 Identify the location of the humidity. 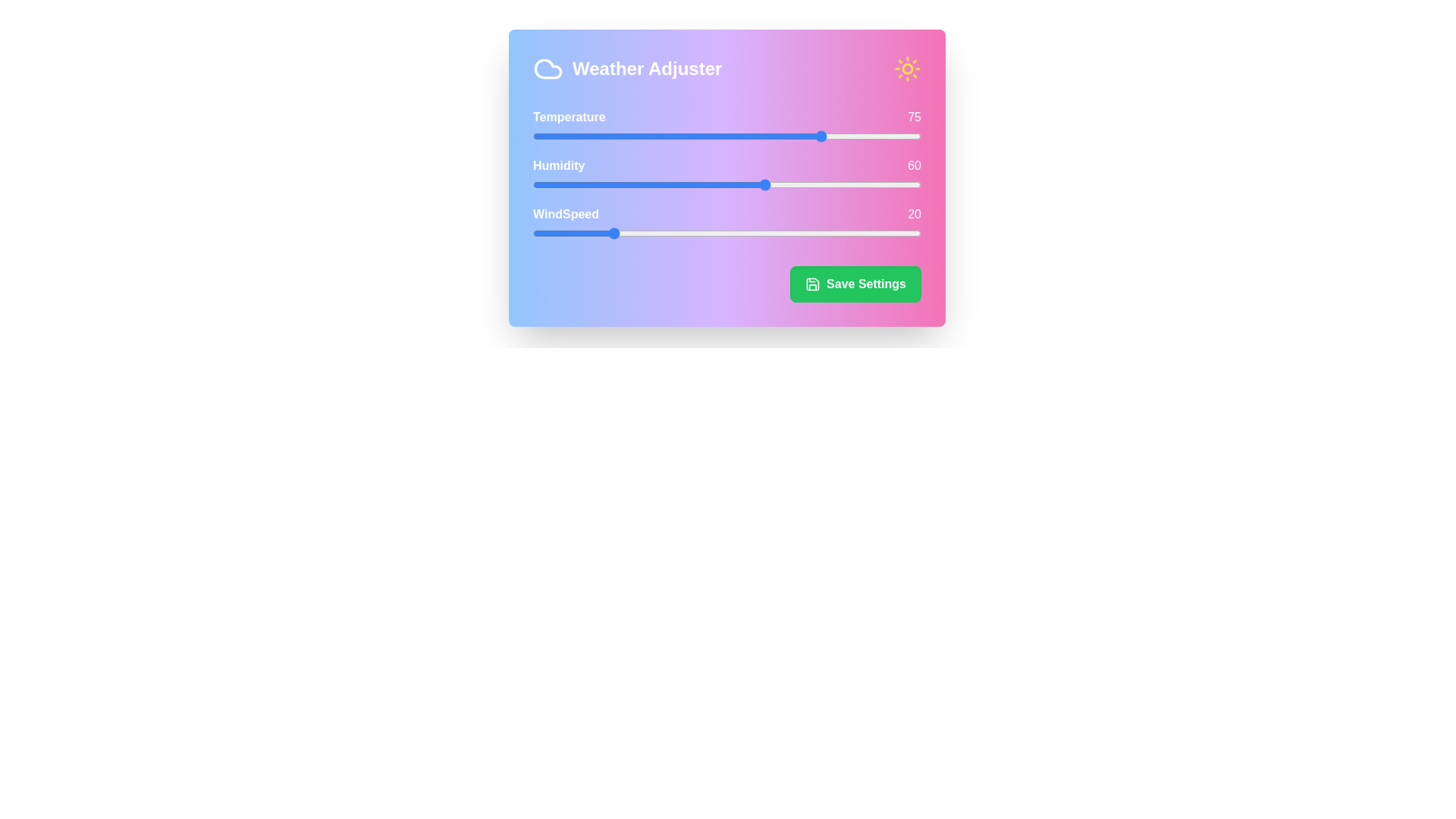
(638, 184).